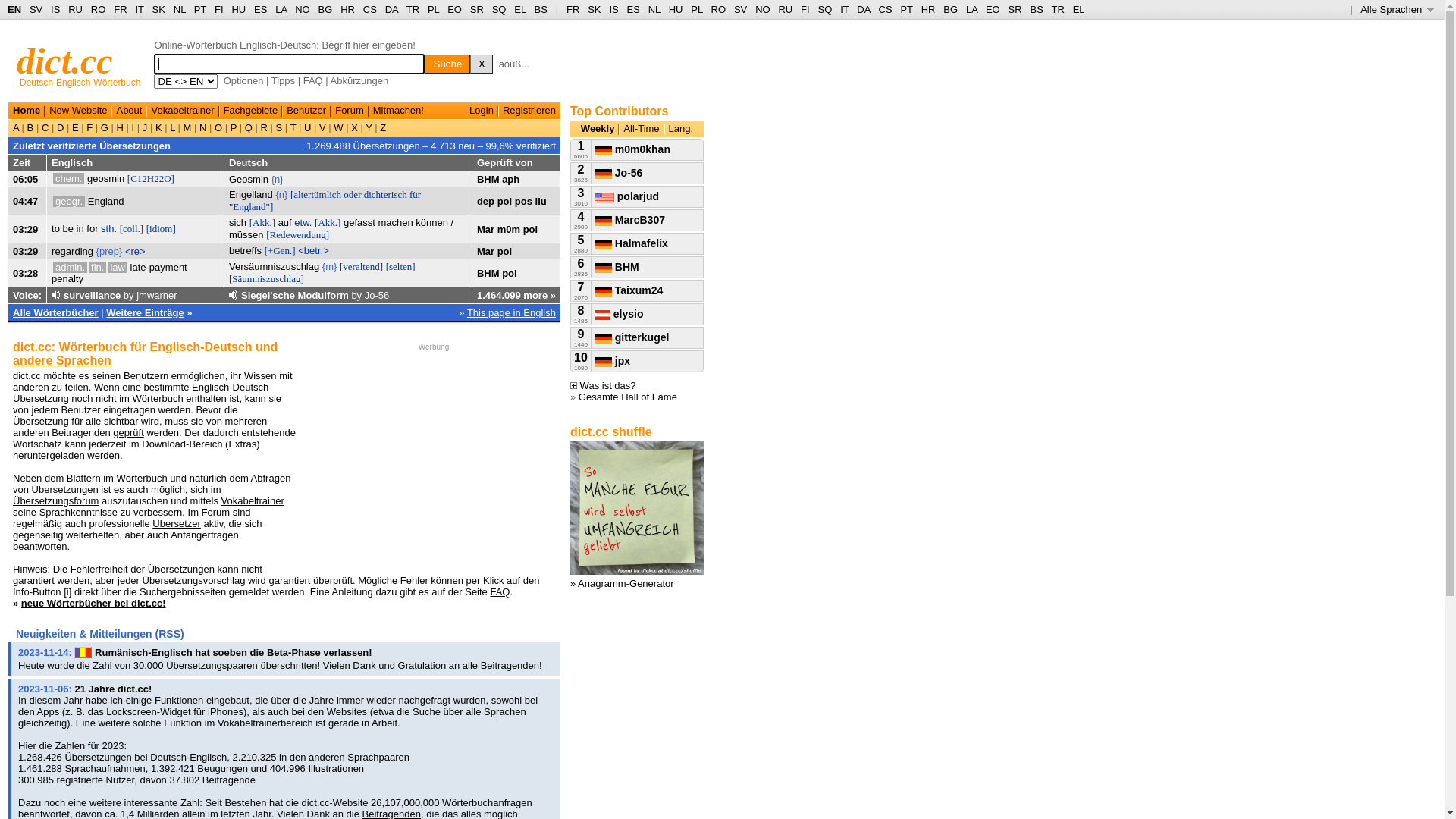 This screenshot has height=819, width=1456. What do you see at coordinates (130, 177) in the screenshot?
I see `'geosmin [C12H22O]'` at bounding box center [130, 177].